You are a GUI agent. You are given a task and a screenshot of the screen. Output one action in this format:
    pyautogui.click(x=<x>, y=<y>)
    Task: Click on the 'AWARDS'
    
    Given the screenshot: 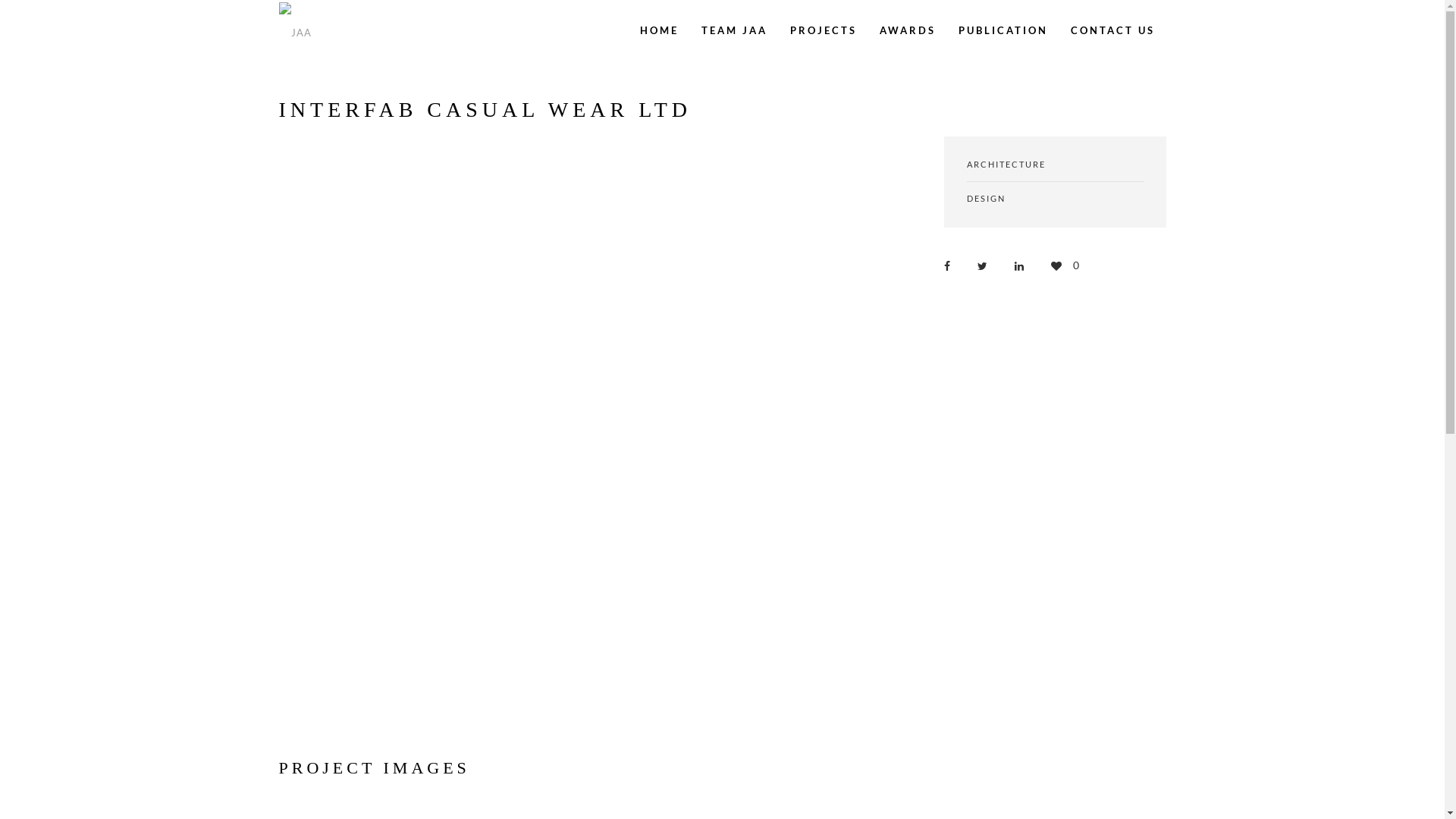 What is the action you would take?
    pyautogui.click(x=906, y=30)
    